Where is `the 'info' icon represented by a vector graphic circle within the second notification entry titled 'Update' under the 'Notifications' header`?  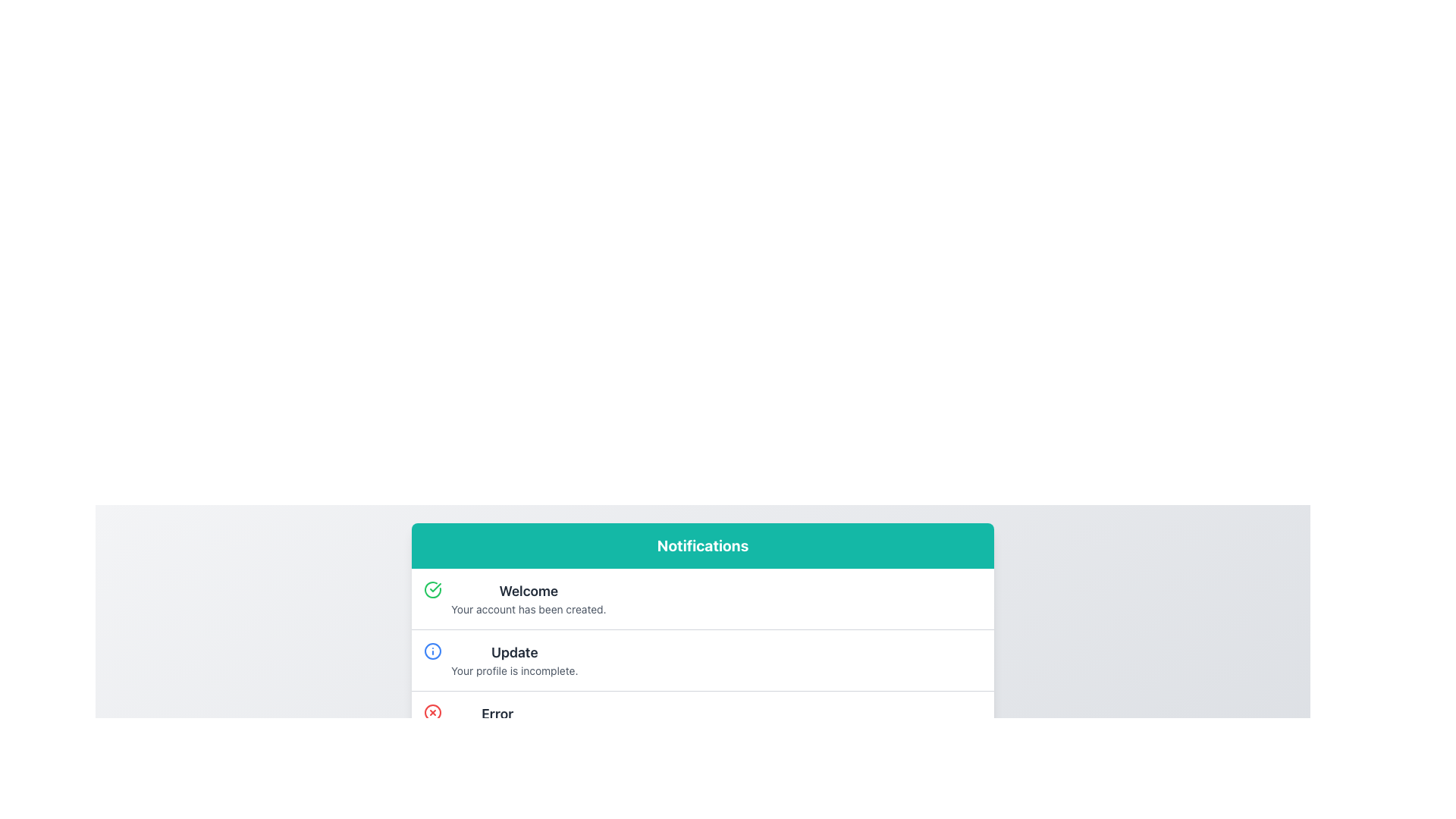
the 'info' icon represented by a vector graphic circle within the second notification entry titled 'Update' under the 'Notifications' header is located at coordinates (432, 651).